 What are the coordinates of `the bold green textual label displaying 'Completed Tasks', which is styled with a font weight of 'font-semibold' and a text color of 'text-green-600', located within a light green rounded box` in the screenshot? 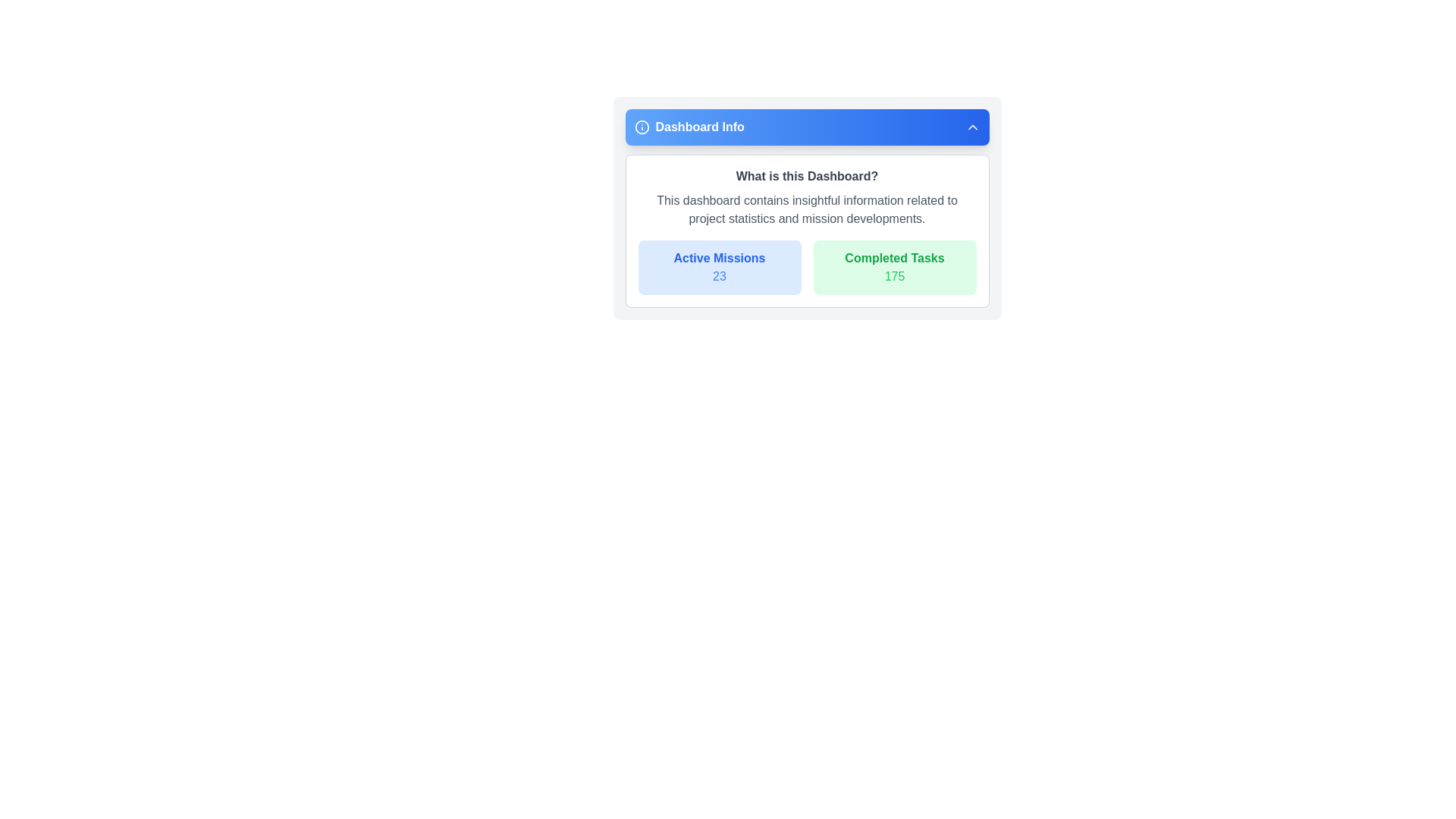 It's located at (895, 257).